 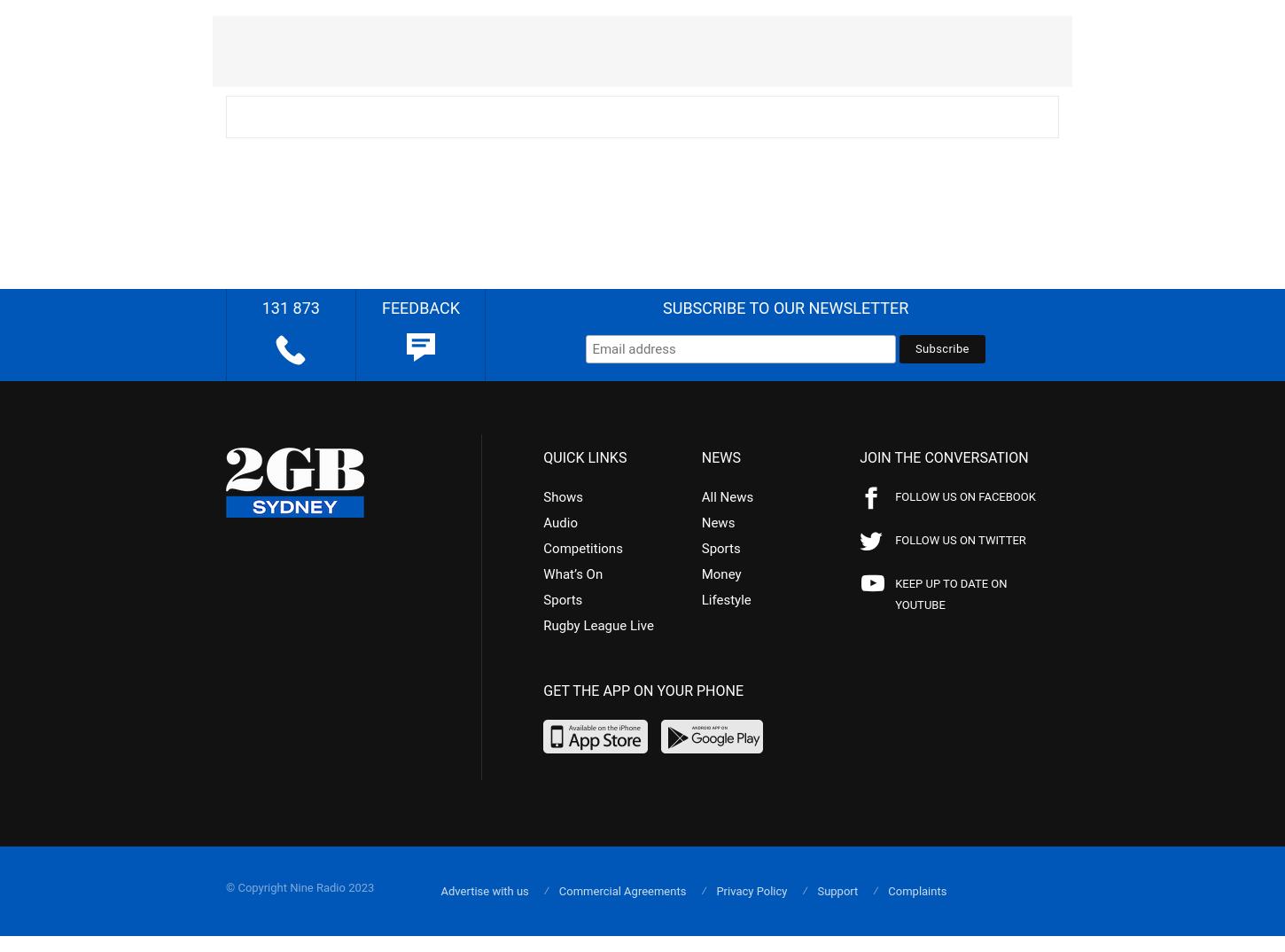 What do you see at coordinates (542, 456) in the screenshot?
I see `'QUICK LINKS'` at bounding box center [542, 456].